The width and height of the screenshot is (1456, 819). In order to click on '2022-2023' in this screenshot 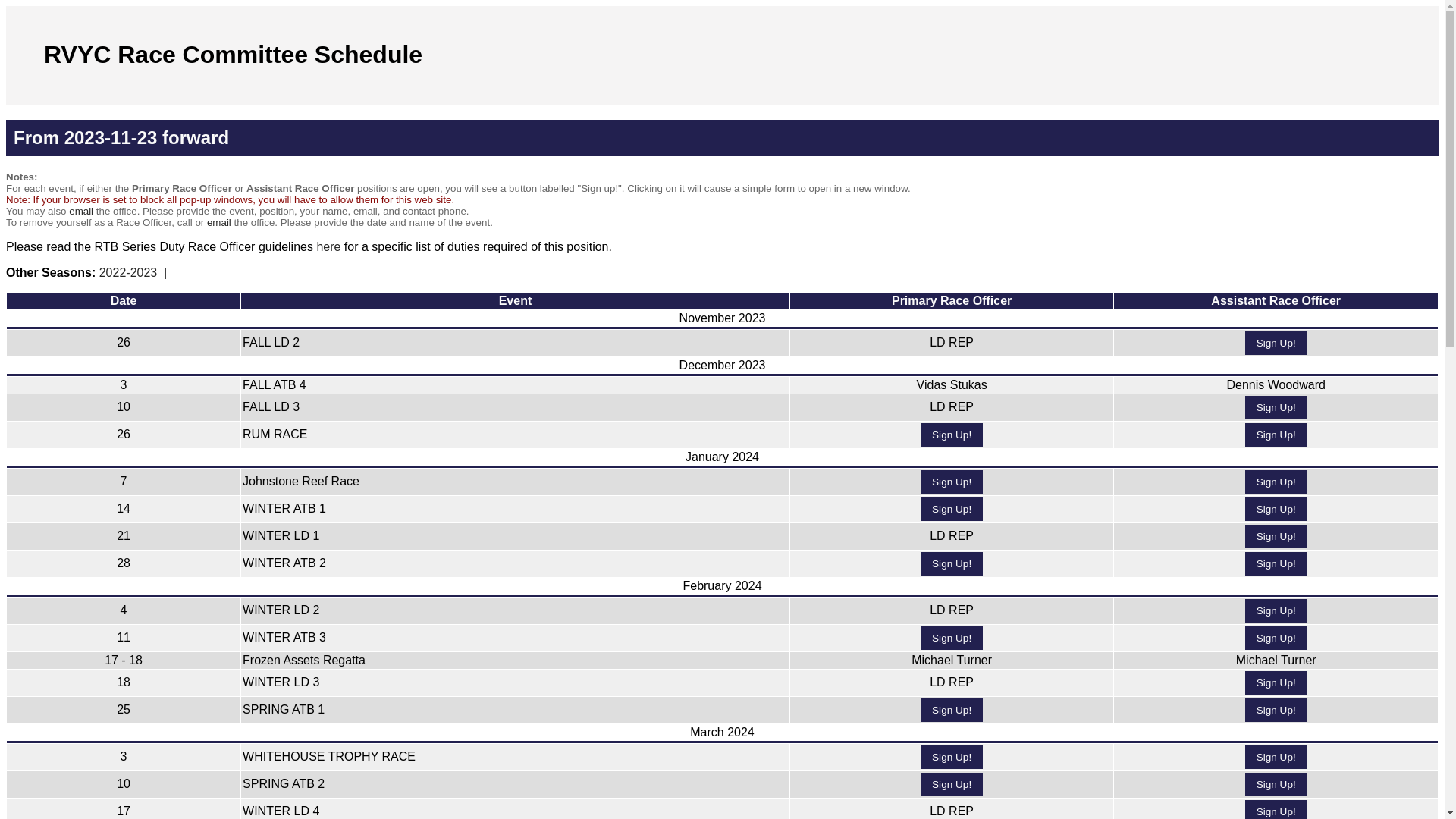, I will do `click(98, 271)`.